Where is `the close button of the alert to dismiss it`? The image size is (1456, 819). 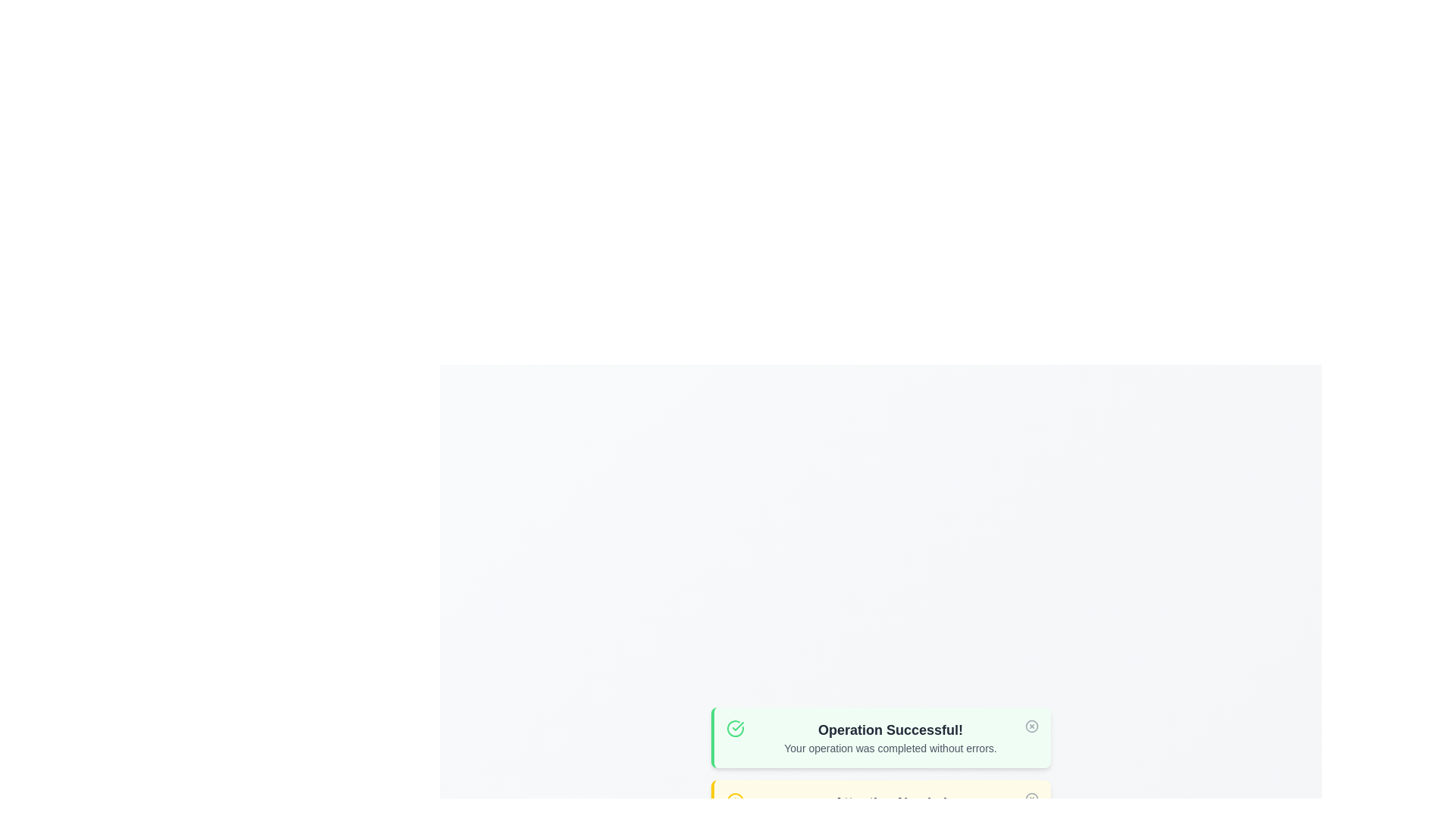
the close button of the alert to dismiss it is located at coordinates (1031, 725).